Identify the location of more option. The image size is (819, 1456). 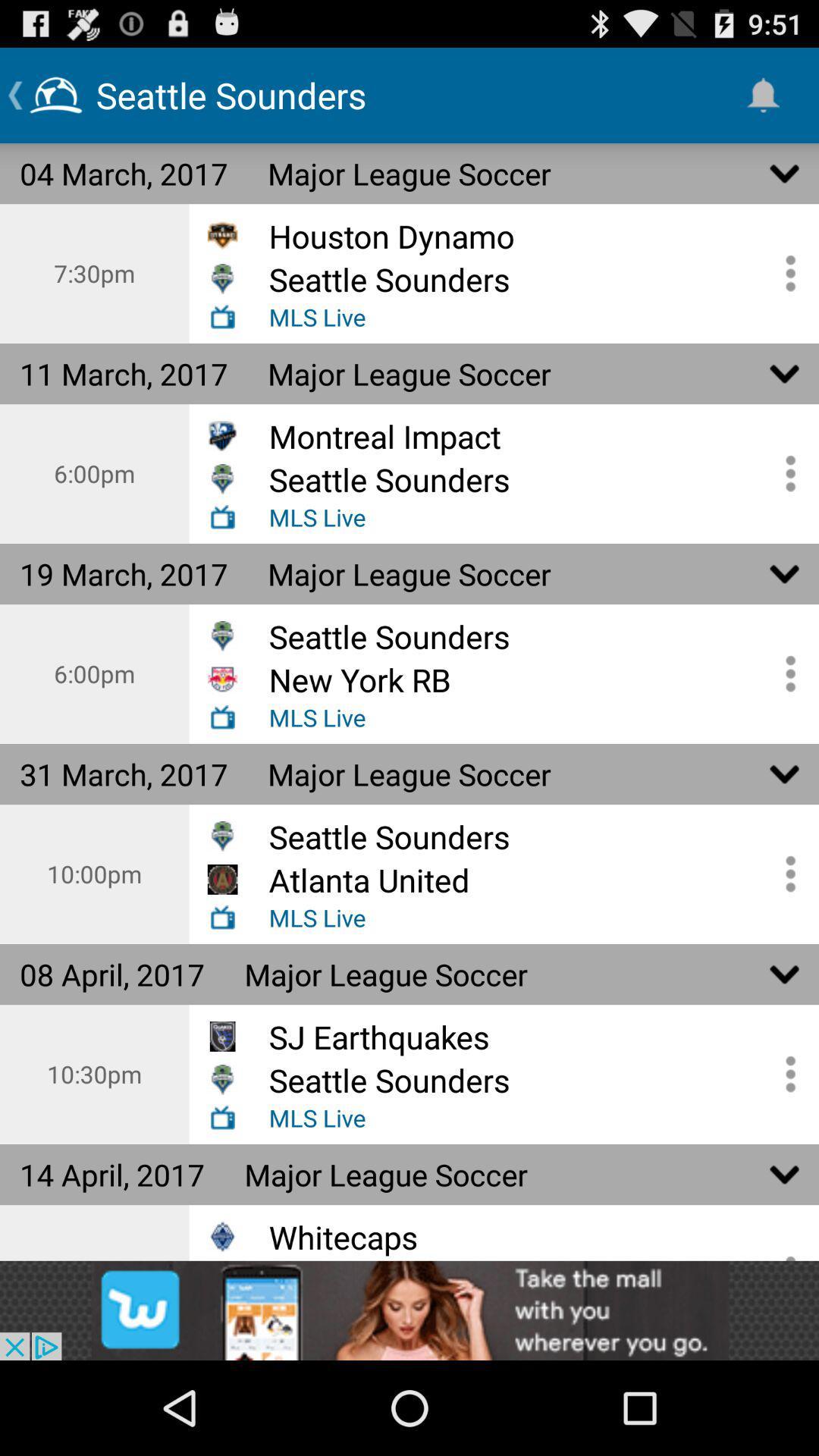
(785, 673).